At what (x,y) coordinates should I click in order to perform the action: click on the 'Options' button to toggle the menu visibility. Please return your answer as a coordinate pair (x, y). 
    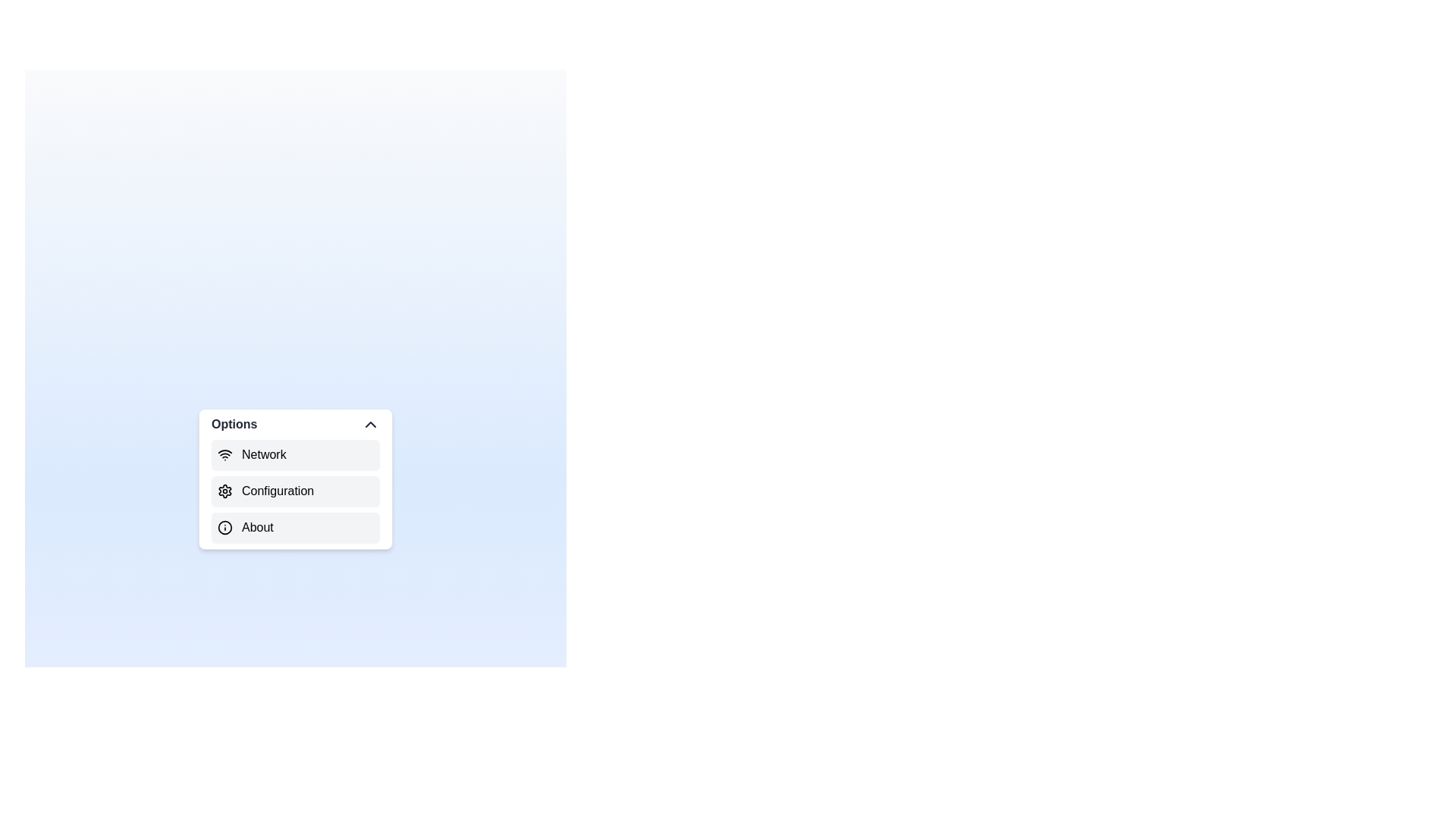
    Looking at the image, I should click on (295, 424).